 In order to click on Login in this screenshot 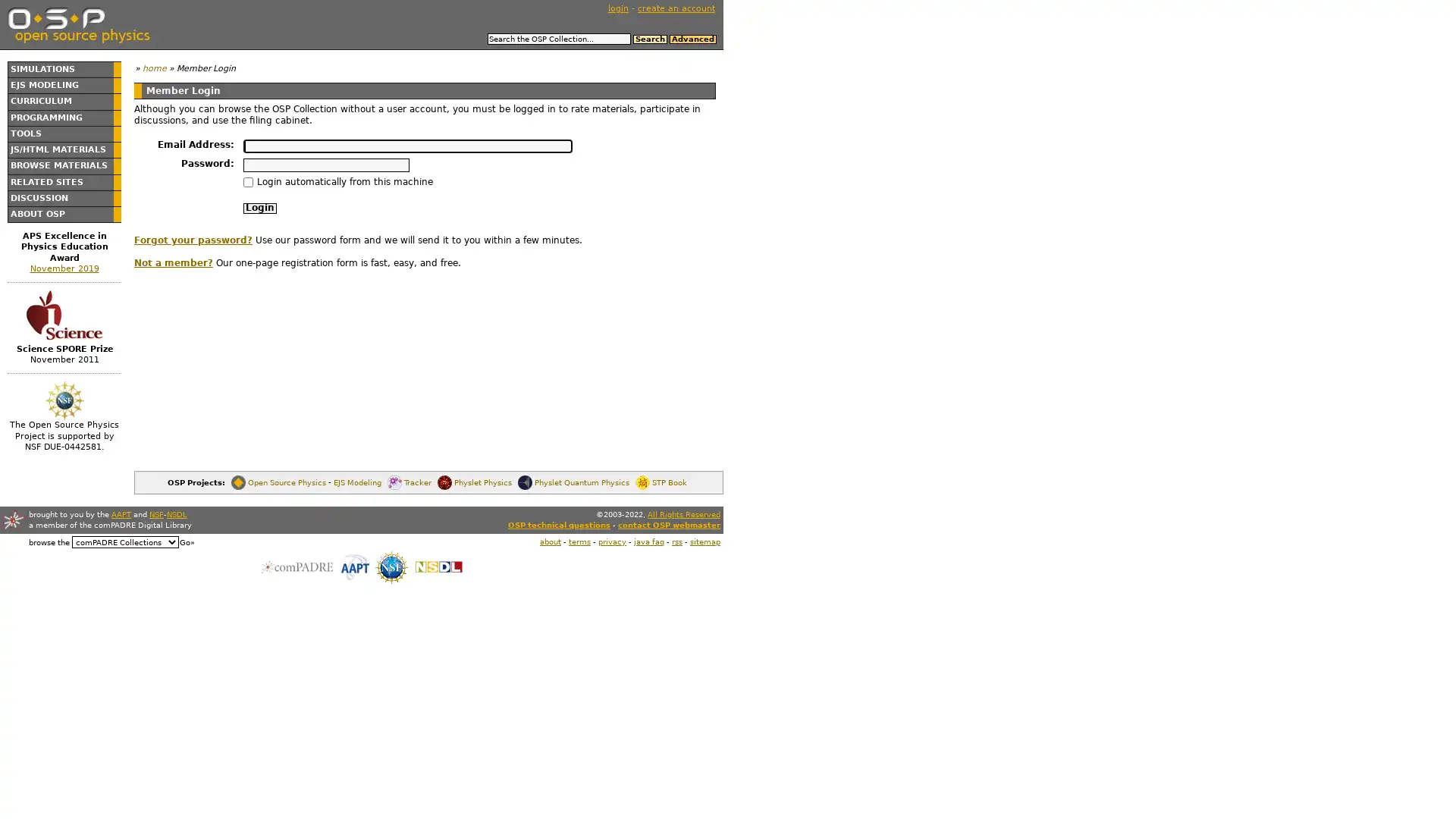, I will do `click(259, 208)`.